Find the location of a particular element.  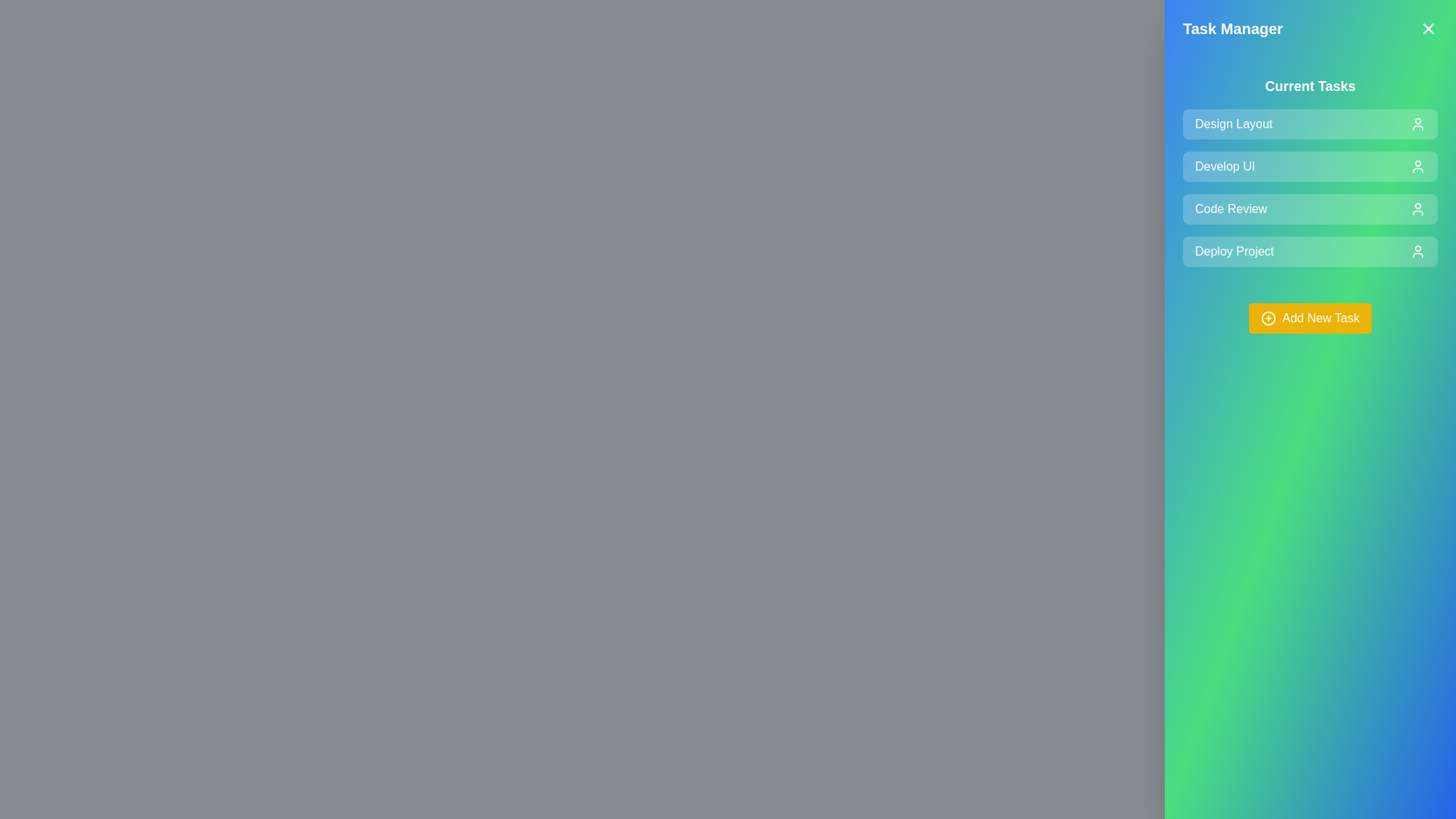

the SVG icon representing the close button in the top-right corner of the interface is located at coordinates (1427, 29).